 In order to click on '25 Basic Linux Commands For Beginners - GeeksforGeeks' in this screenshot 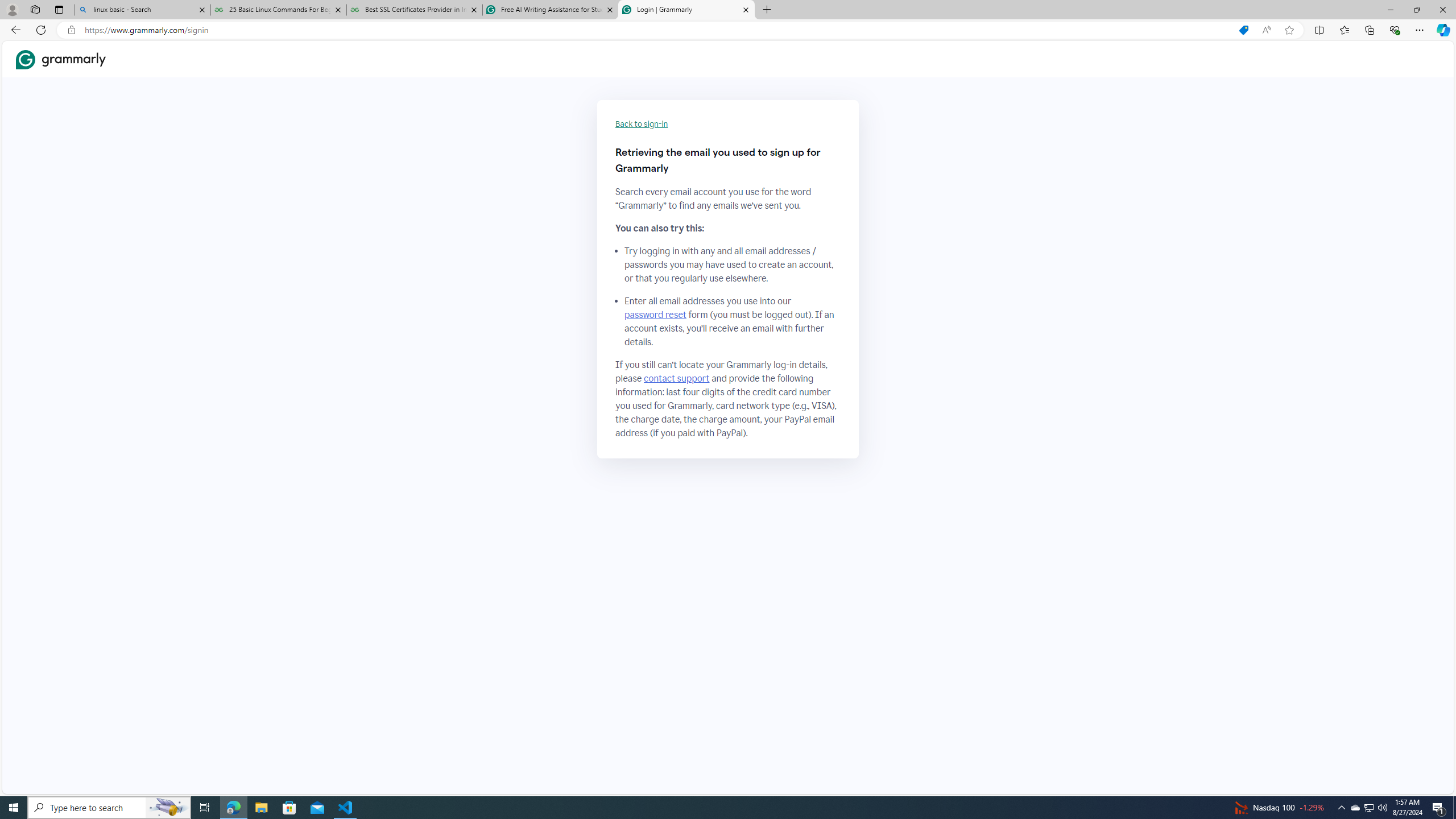, I will do `click(278, 9)`.